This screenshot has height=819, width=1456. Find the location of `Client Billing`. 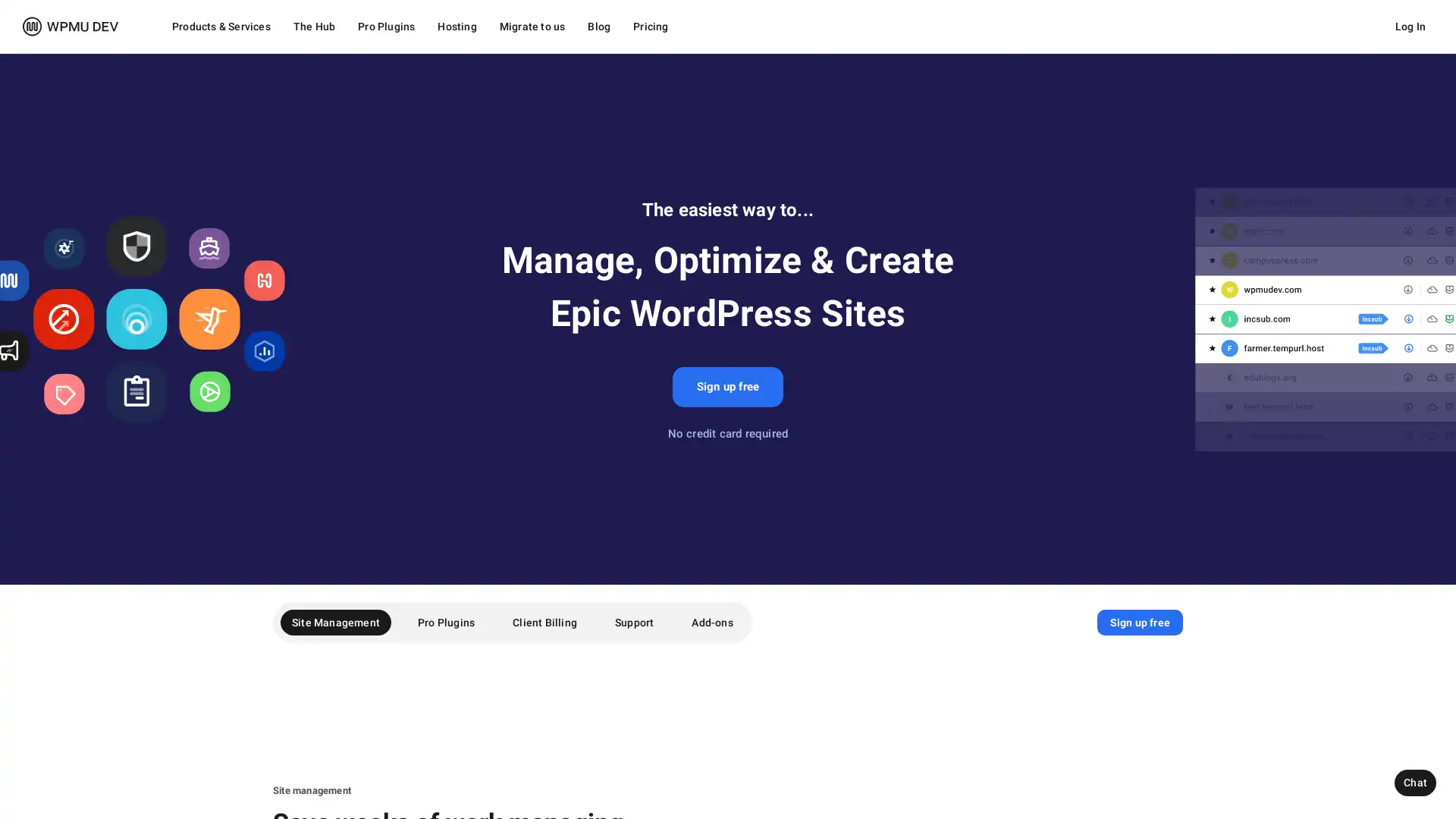

Client Billing is located at coordinates (544, 623).